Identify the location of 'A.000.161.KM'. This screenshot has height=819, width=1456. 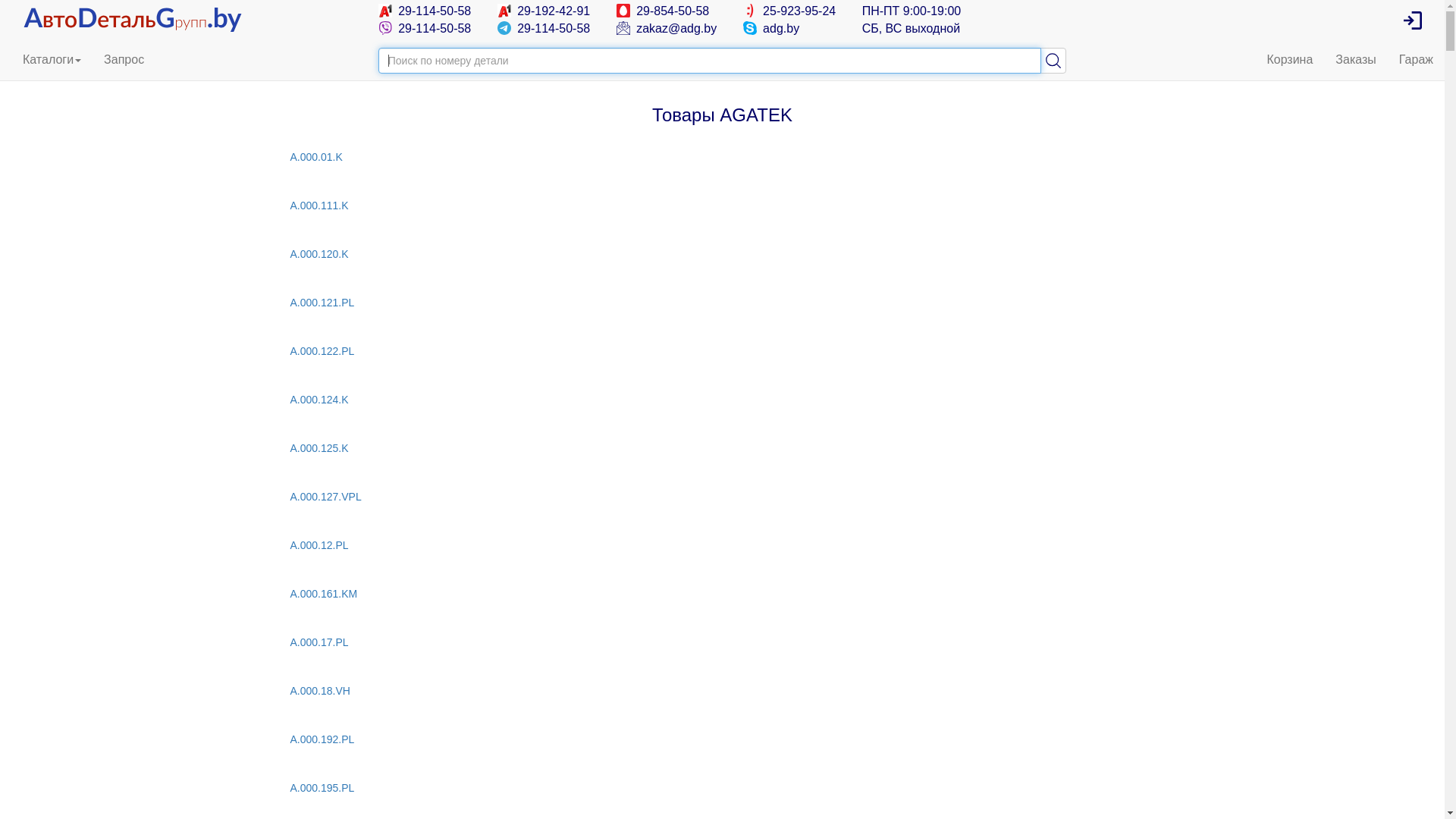
(720, 593).